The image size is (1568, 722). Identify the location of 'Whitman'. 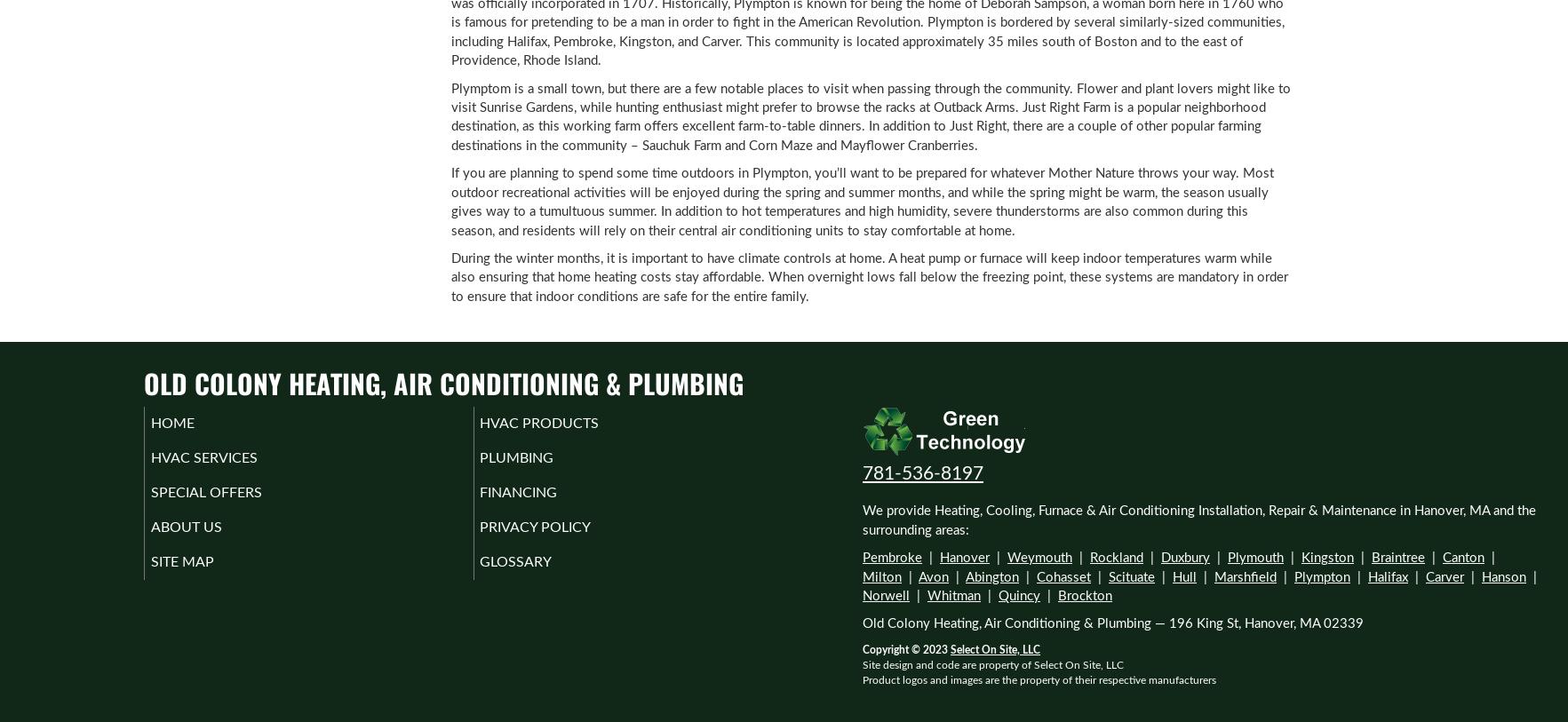
(954, 595).